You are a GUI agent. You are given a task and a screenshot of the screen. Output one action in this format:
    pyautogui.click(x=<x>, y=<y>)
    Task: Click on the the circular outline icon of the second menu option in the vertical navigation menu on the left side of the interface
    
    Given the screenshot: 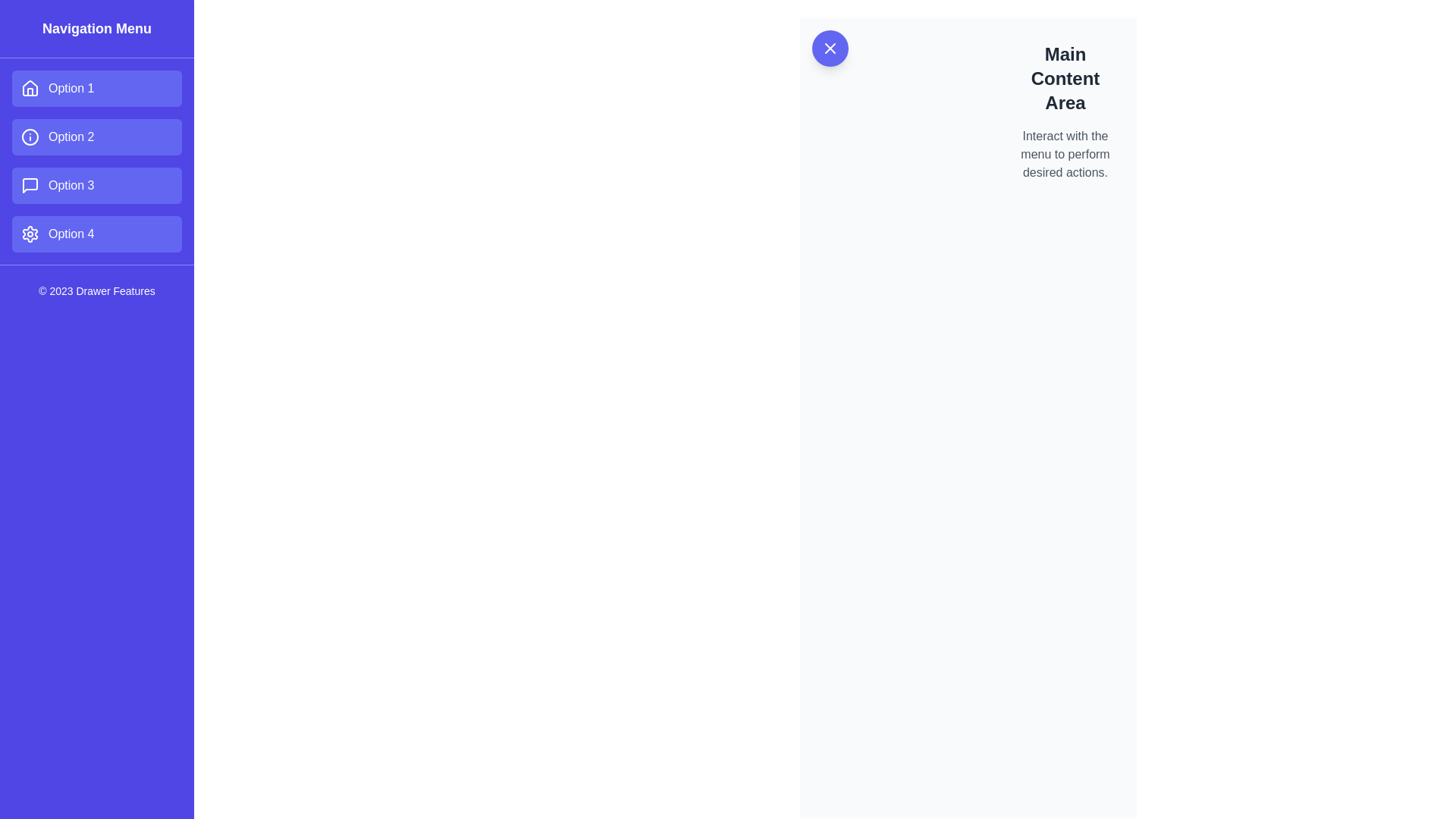 What is the action you would take?
    pyautogui.click(x=30, y=137)
    